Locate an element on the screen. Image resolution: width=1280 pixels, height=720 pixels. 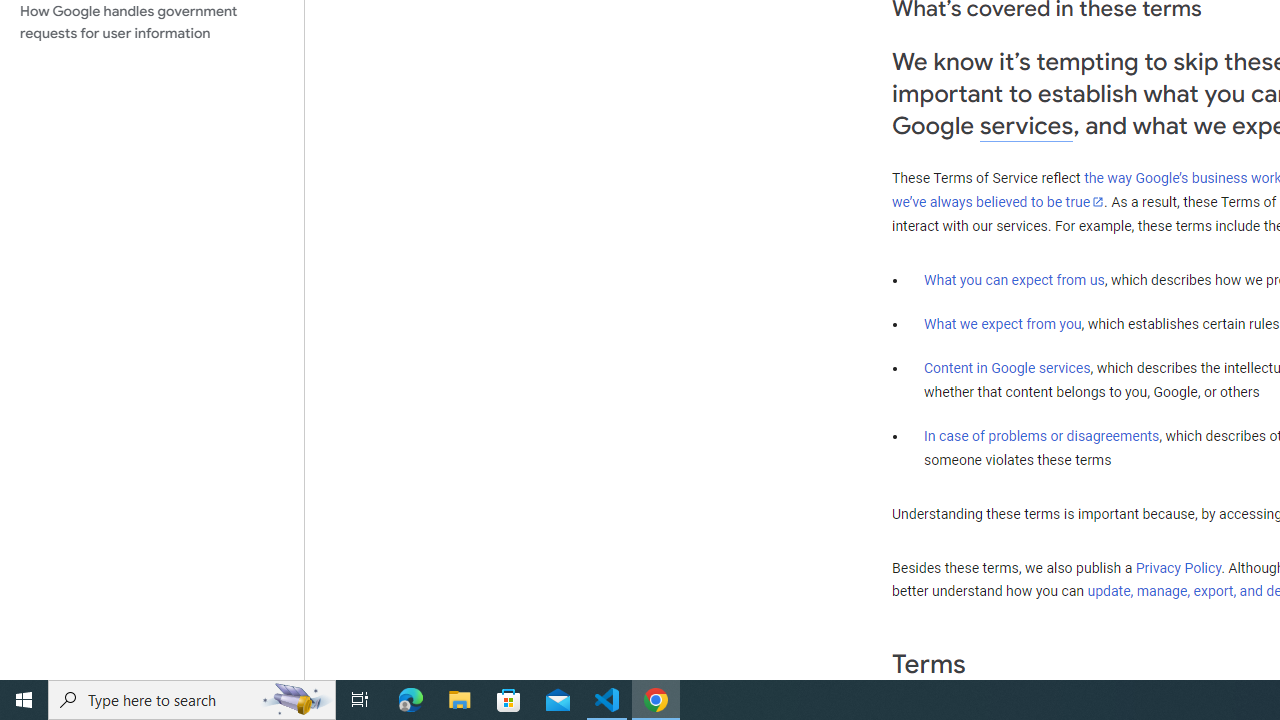
'In case of problems or disagreements' is located at coordinates (1040, 434).